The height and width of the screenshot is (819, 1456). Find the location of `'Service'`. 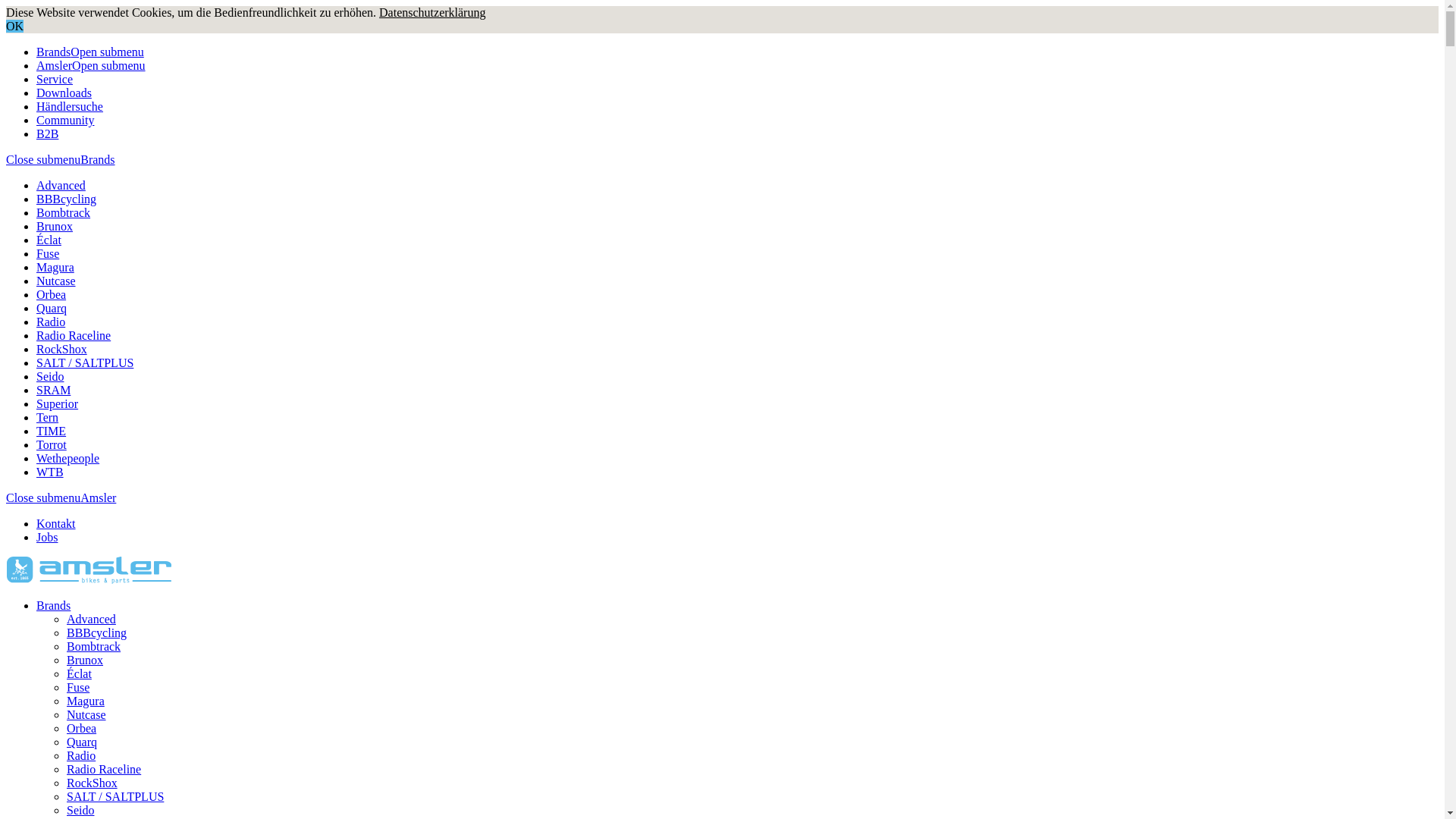

'Service' is located at coordinates (55, 79).